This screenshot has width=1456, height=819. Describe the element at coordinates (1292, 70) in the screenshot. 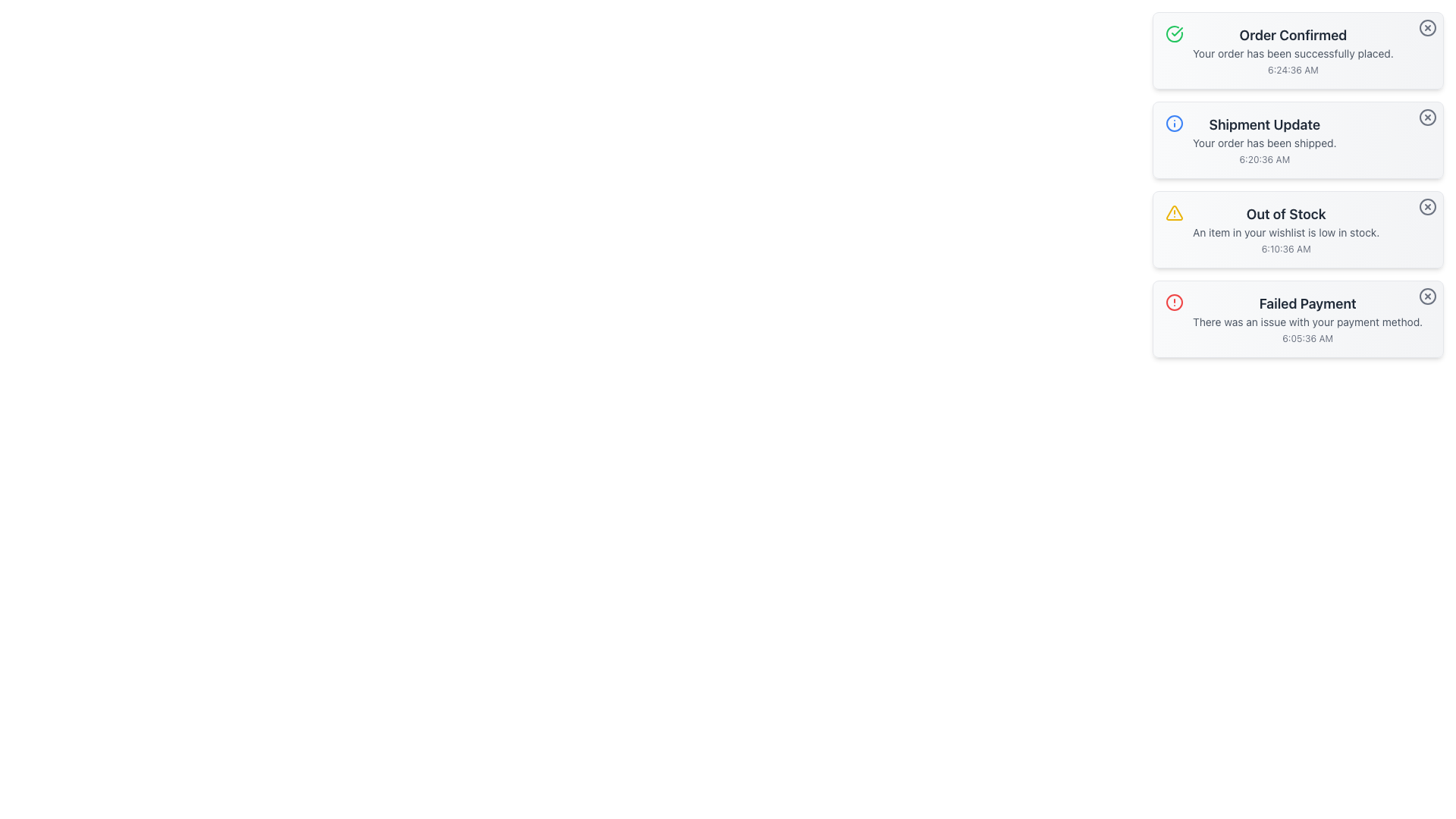

I see `the text displaying '6:24:36 AM' which is located below 'Your order has been successfully placed.' in the 'Order Confirmed' notification card` at that location.